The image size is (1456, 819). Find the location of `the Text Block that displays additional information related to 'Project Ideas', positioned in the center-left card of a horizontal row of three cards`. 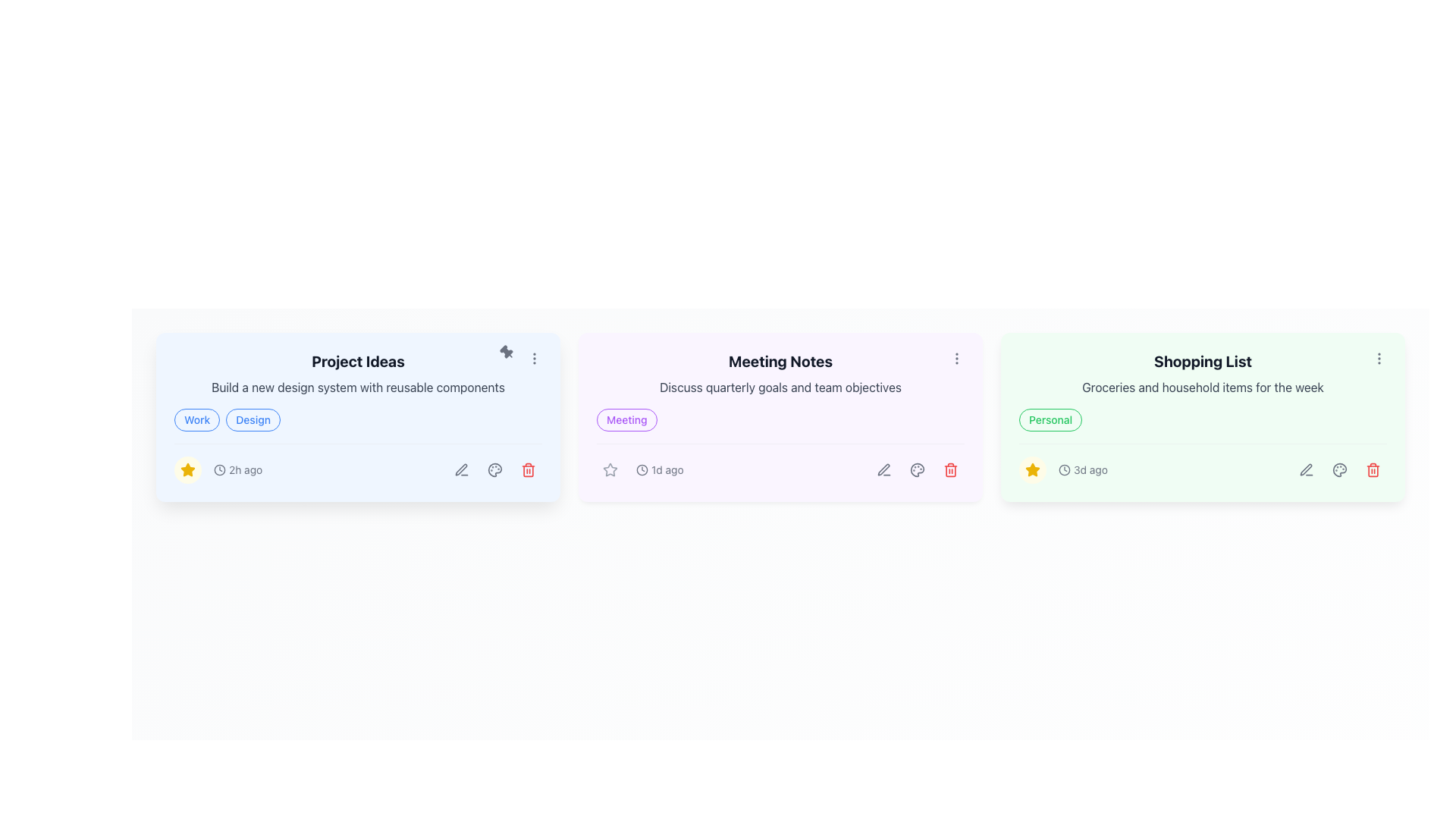

the Text Block that displays additional information related to 'Project Ideas', positioned in the center-left card of a horizontal row of three cards is located at coordinates (357, 386).